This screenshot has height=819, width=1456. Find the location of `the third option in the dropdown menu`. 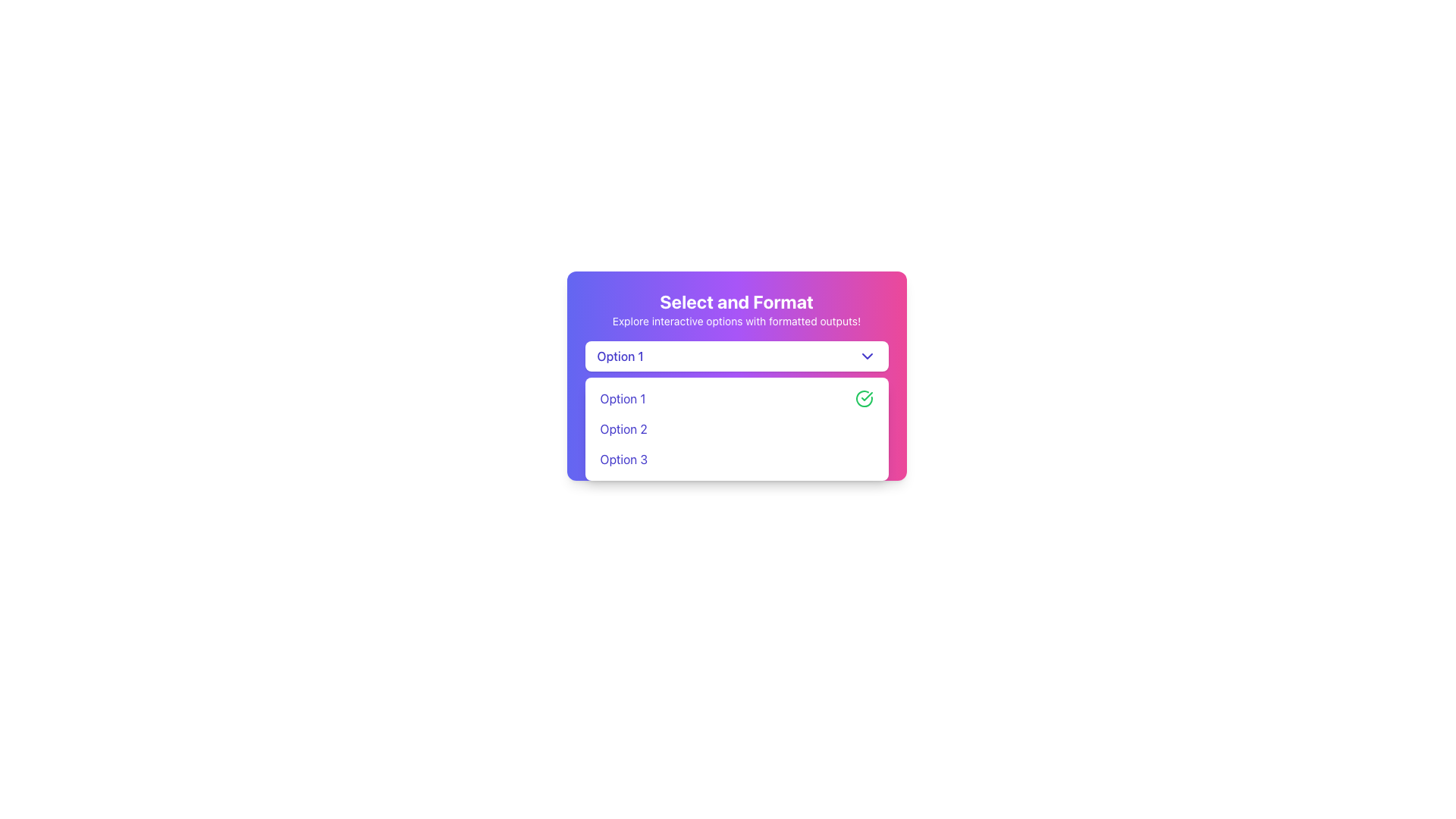

the third option in the dropdown menu is located at coordinates (736, 458).